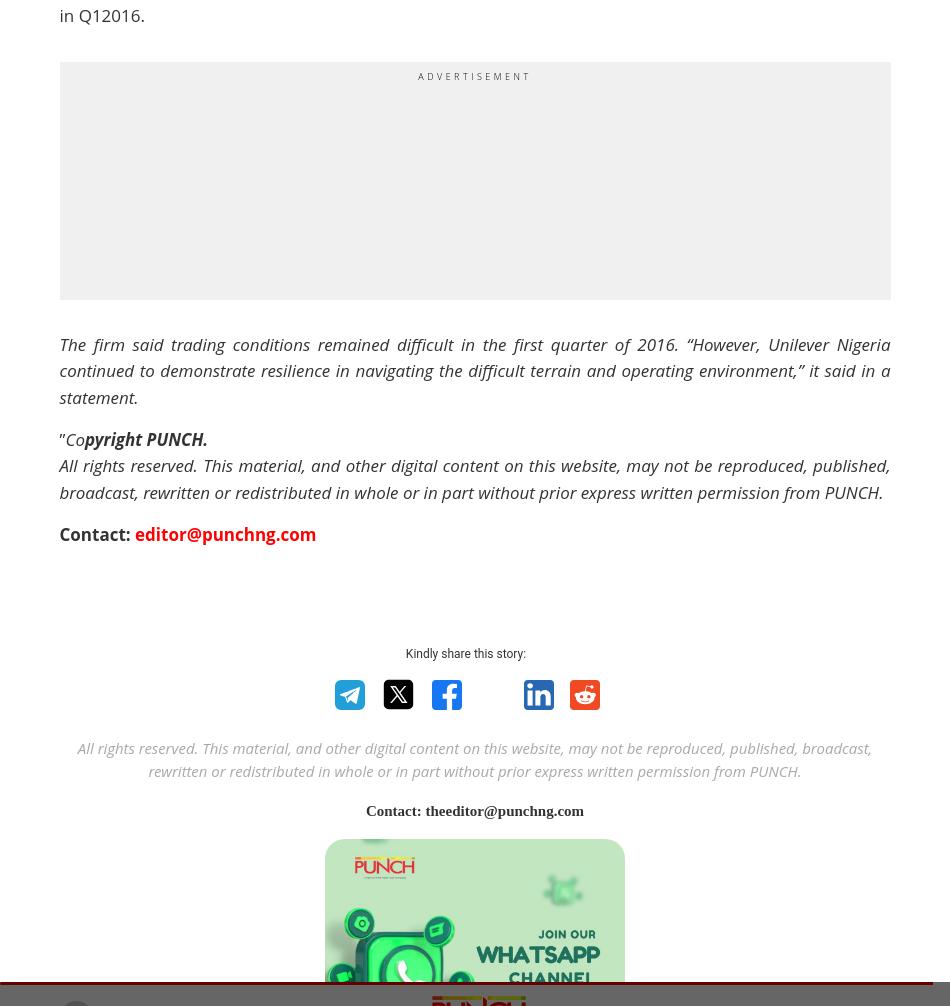 This screenshot has width=950, height=1006. Describe the element at coordinates (205, 463) in the screenshot. I see `'Auto Famous'` at that location.